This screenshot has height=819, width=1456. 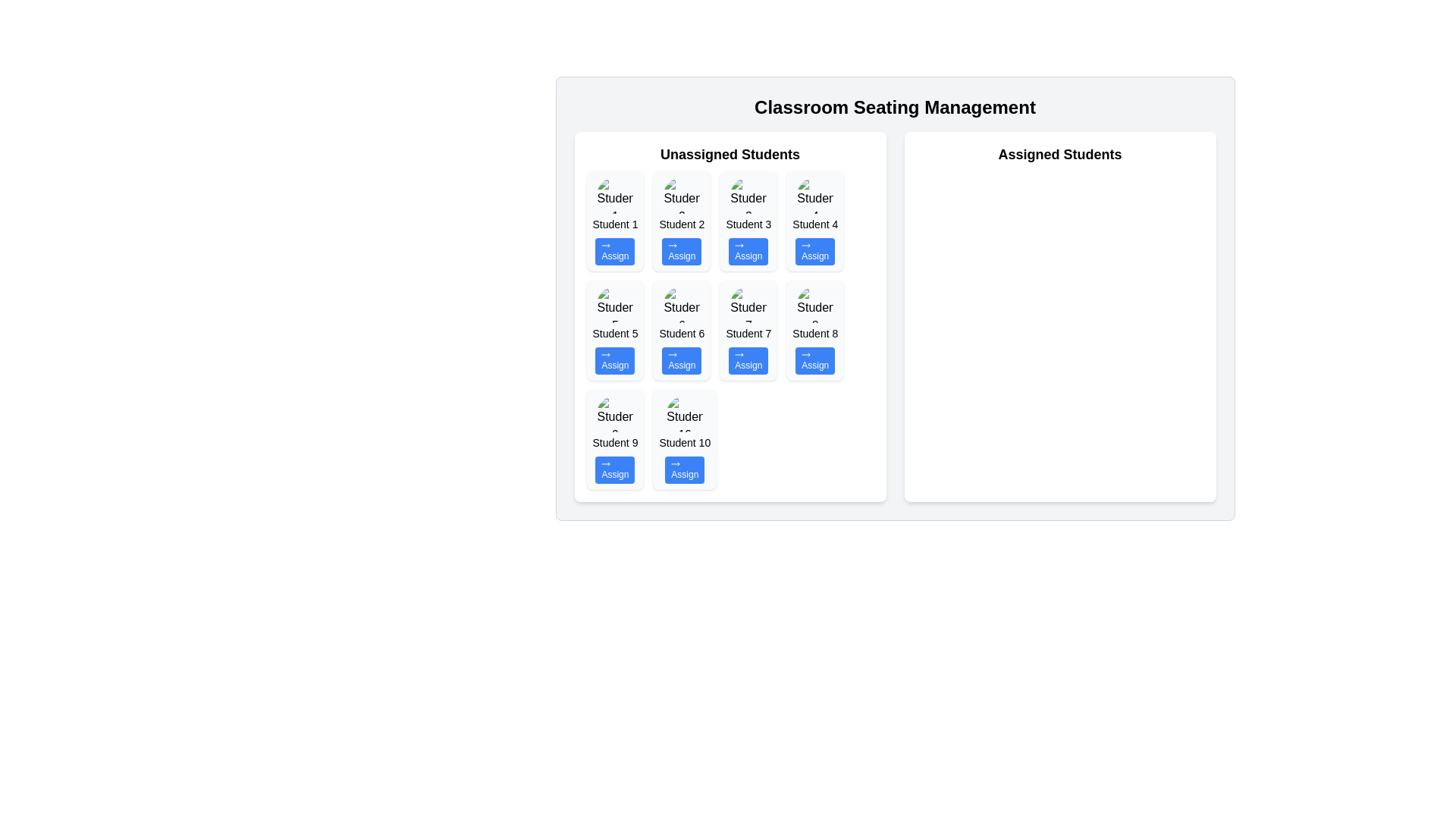 What do you see at coordinates (739, 245) in the screenshot?
I see `the movement or assignment icon embedded within the 'Assign' button for 'Student 3' in the 'Unassigned Students' section` at bounding box center [739, 245].